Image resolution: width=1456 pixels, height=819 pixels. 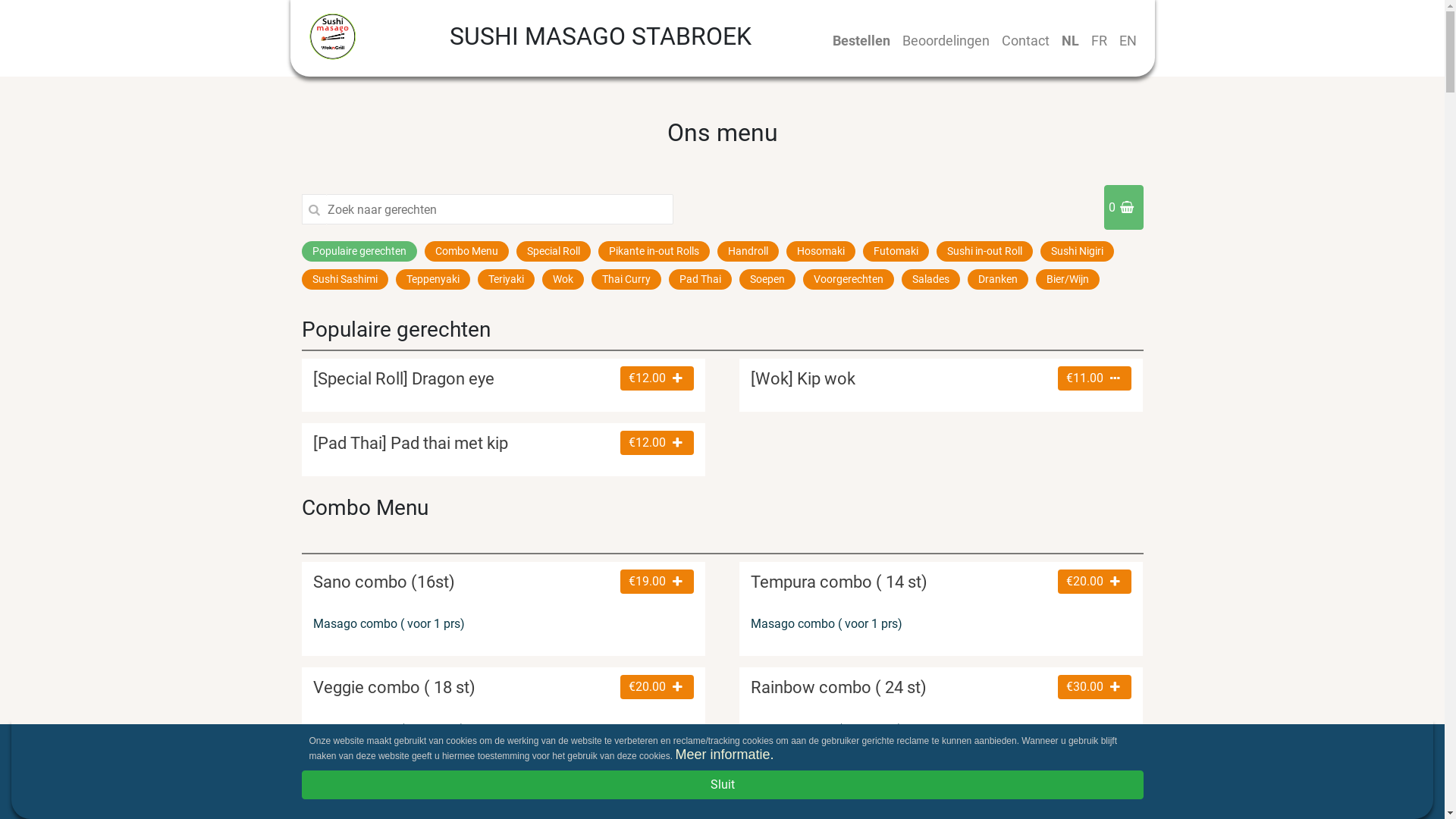 What do you see at coordinates (748, 250) in the screenshot?
I see `'Handroll'` at bounding box center [748, 250].